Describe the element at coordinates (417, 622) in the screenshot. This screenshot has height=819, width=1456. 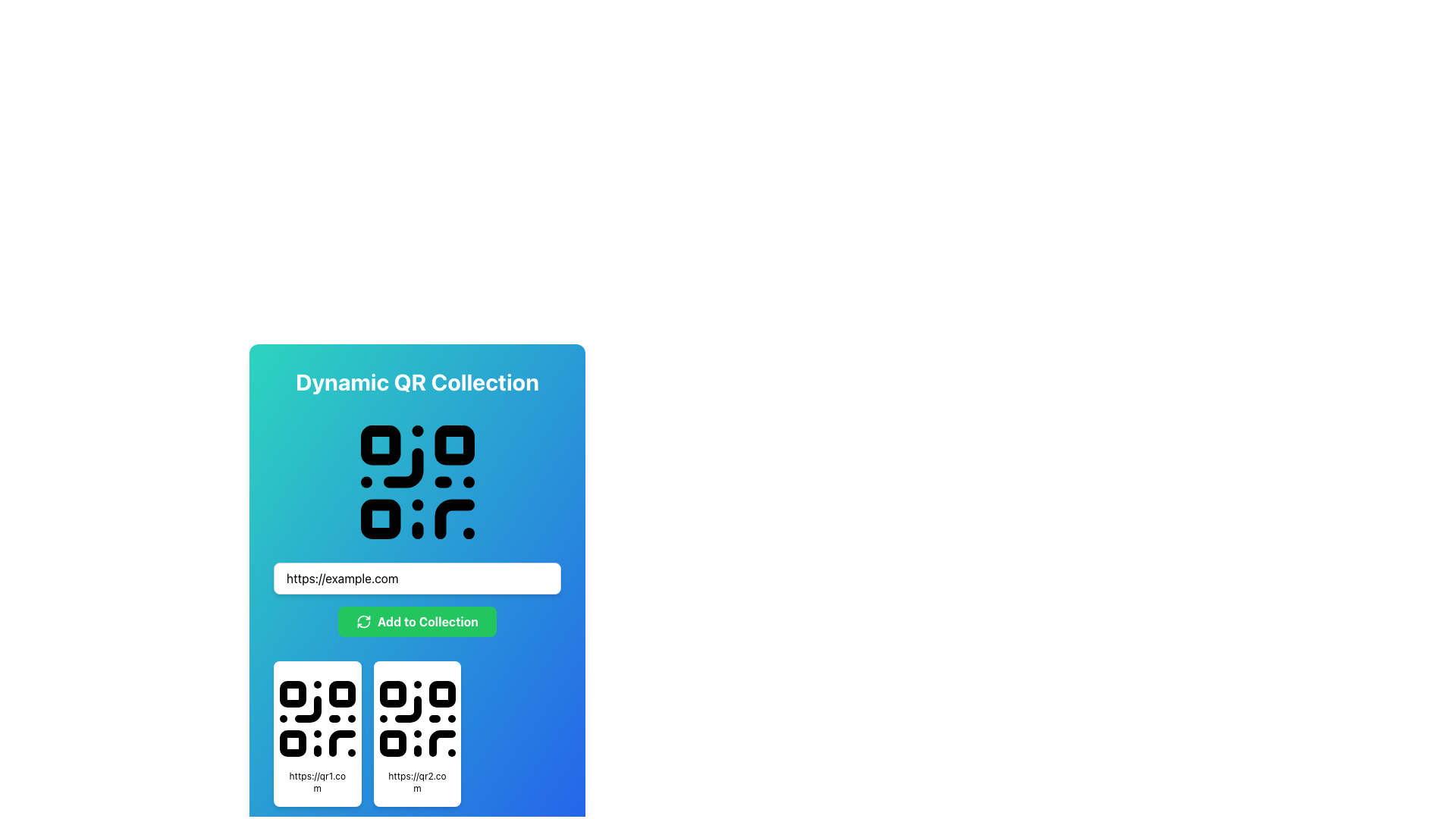
I see `the interactive button designed to add entered information, located just below the text input field and above two QR code thumbnails` at that location.